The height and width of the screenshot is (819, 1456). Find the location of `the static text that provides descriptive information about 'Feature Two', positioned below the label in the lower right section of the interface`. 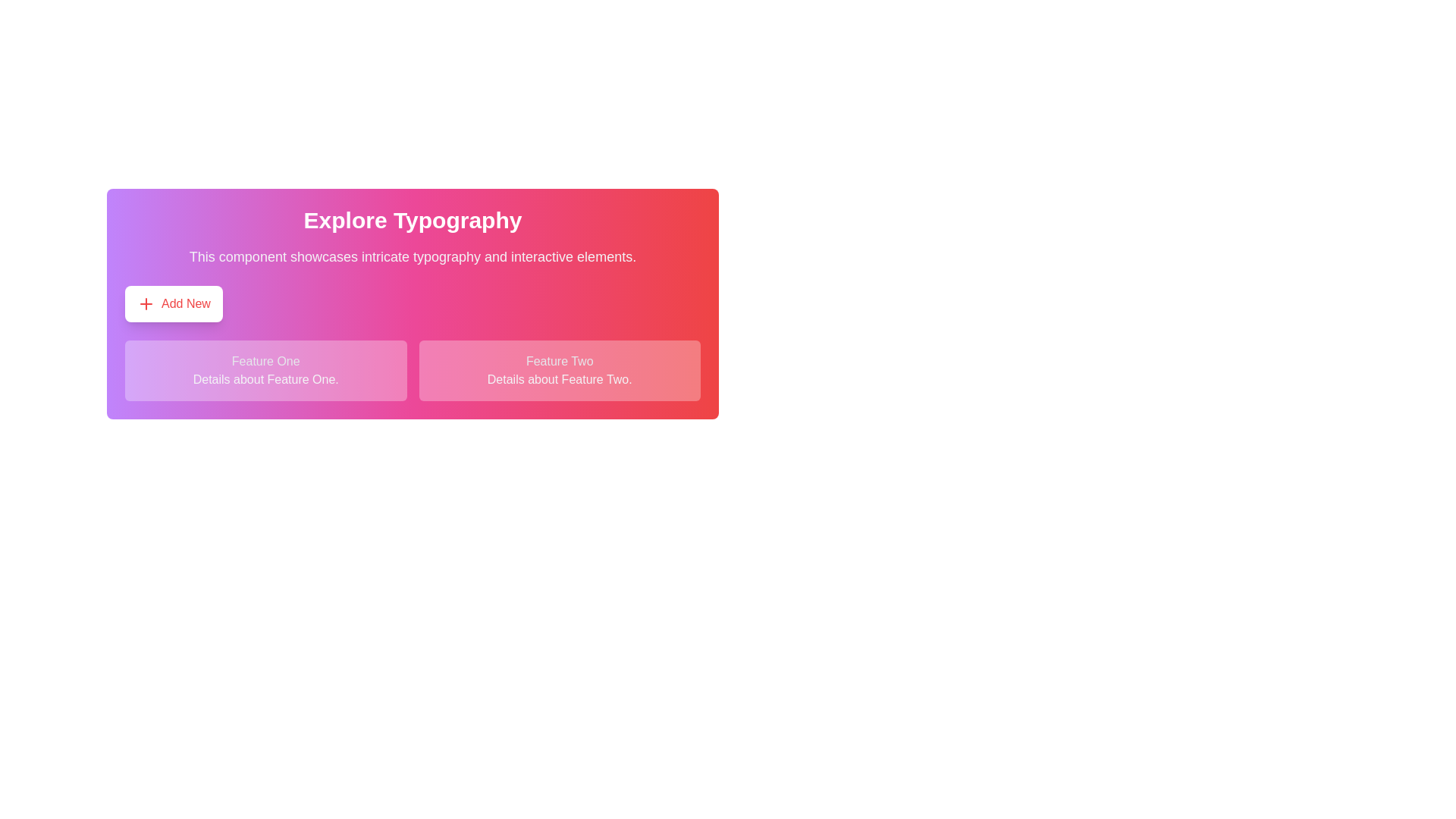

the static text that provides descriptive information about 'Feature Two', positioned below the label in the lower right section of the interface is located at coordinates (559, 379).